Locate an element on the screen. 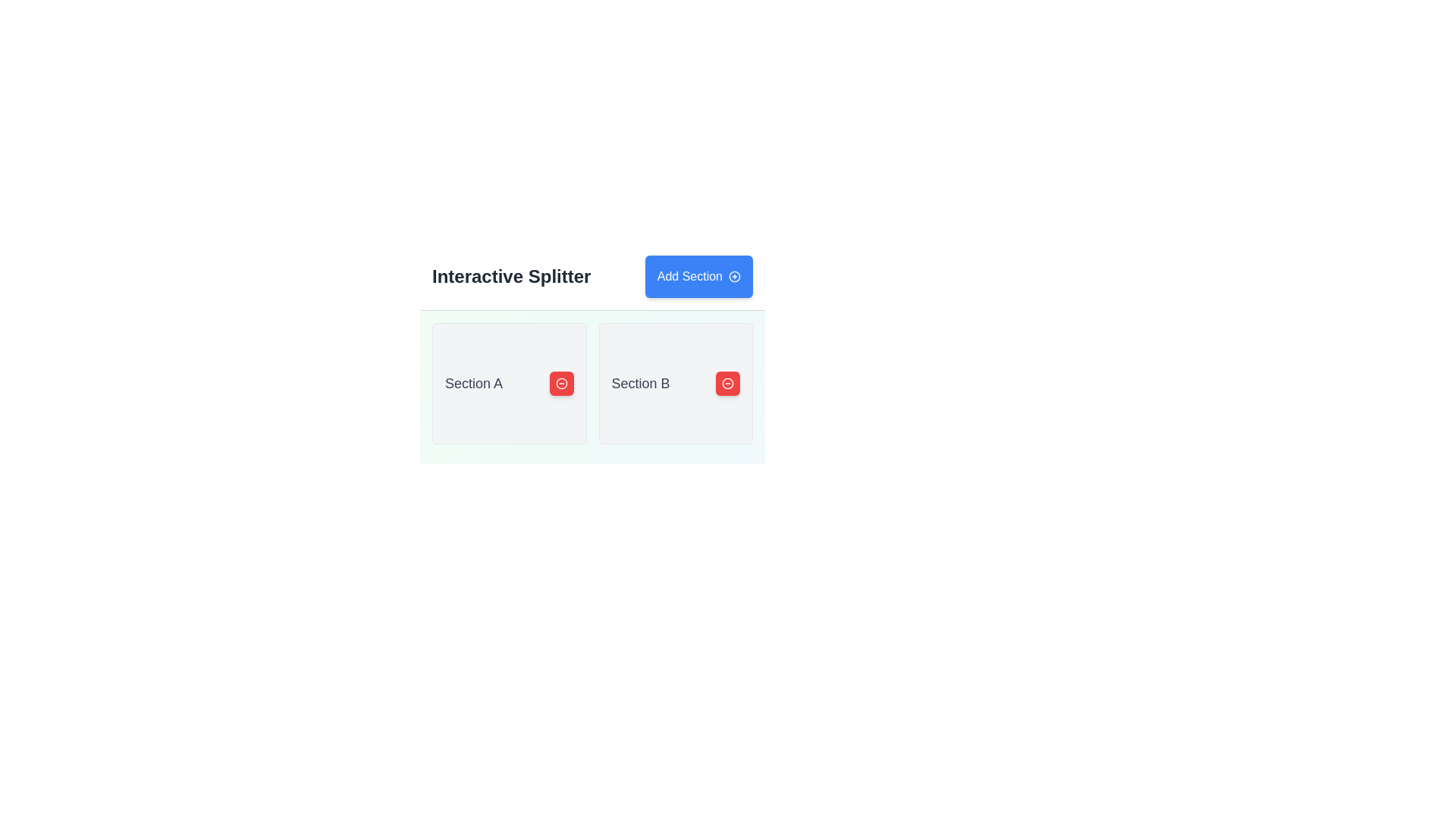 Image resolution: width=1456 pixels, height=819 pixels. the icon on the right side of the 'Add Section' button is located at coordinates (735, 277).